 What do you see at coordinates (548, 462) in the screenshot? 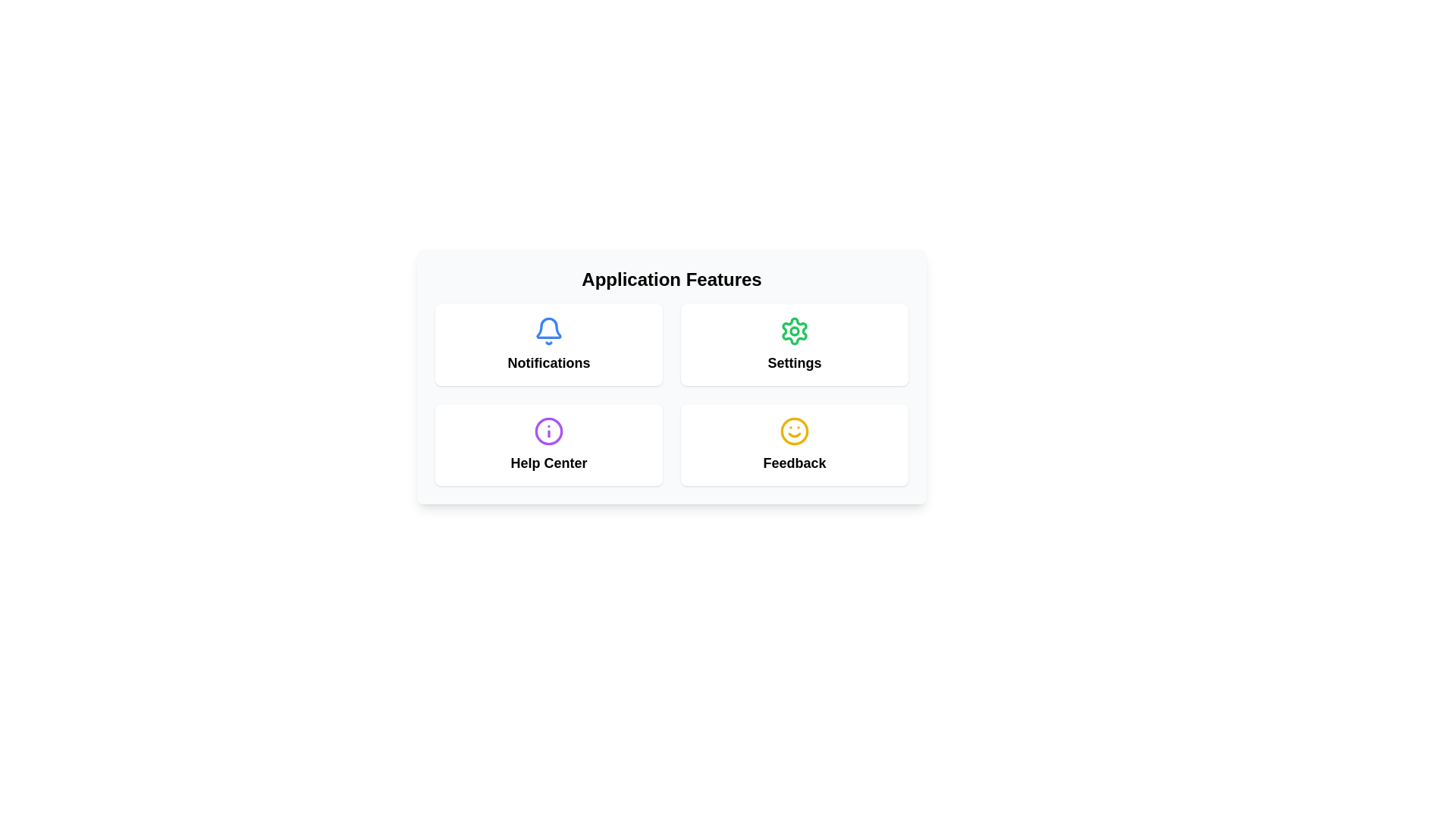
I see `'Help Center' text label, which is a bold, medium-sized sans-serif font located below a purple information icon` at bounding box center [548, 462].